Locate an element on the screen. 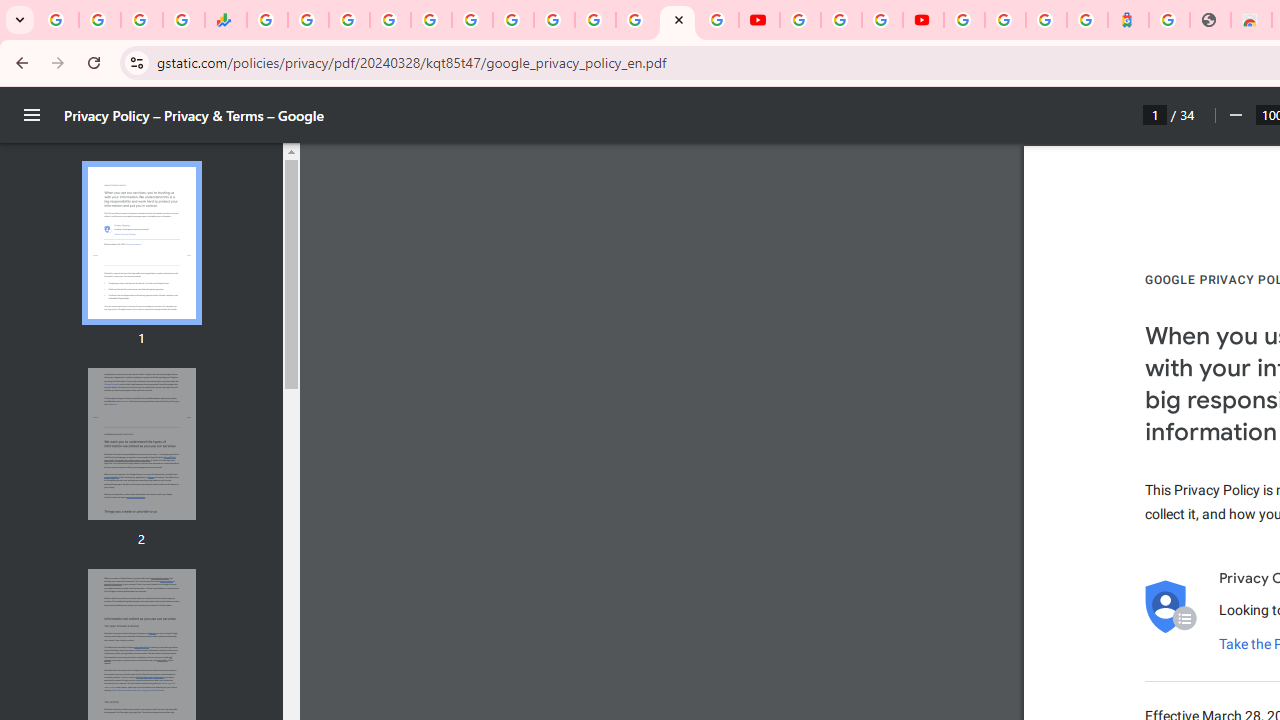 Image resolution: width=1280 pixels, height=720 pixels. 'YouTube' is located at coordinates (800, 20).